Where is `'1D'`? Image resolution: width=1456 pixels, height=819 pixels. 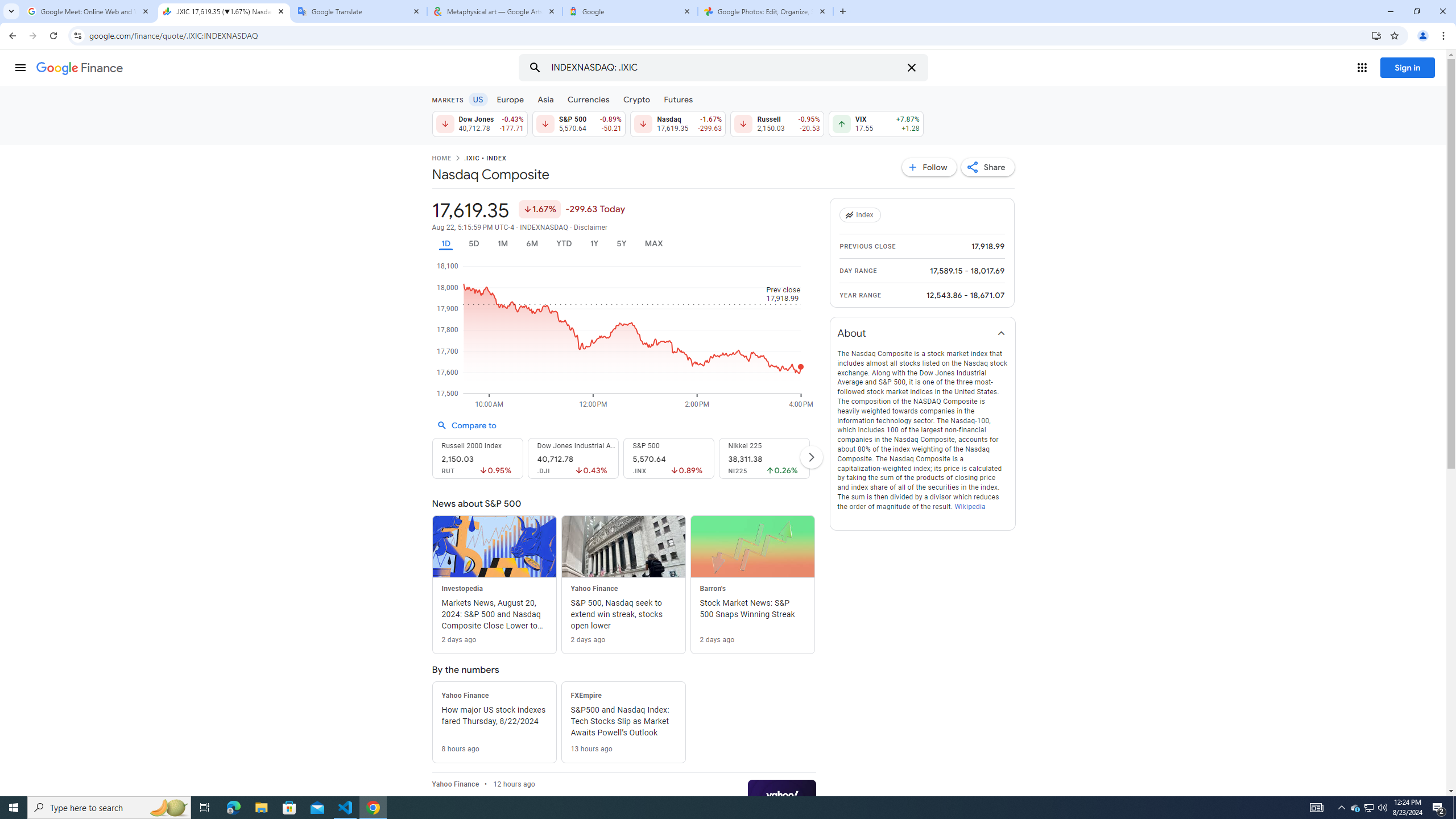 '1D' is located at coordinates (445, 243).